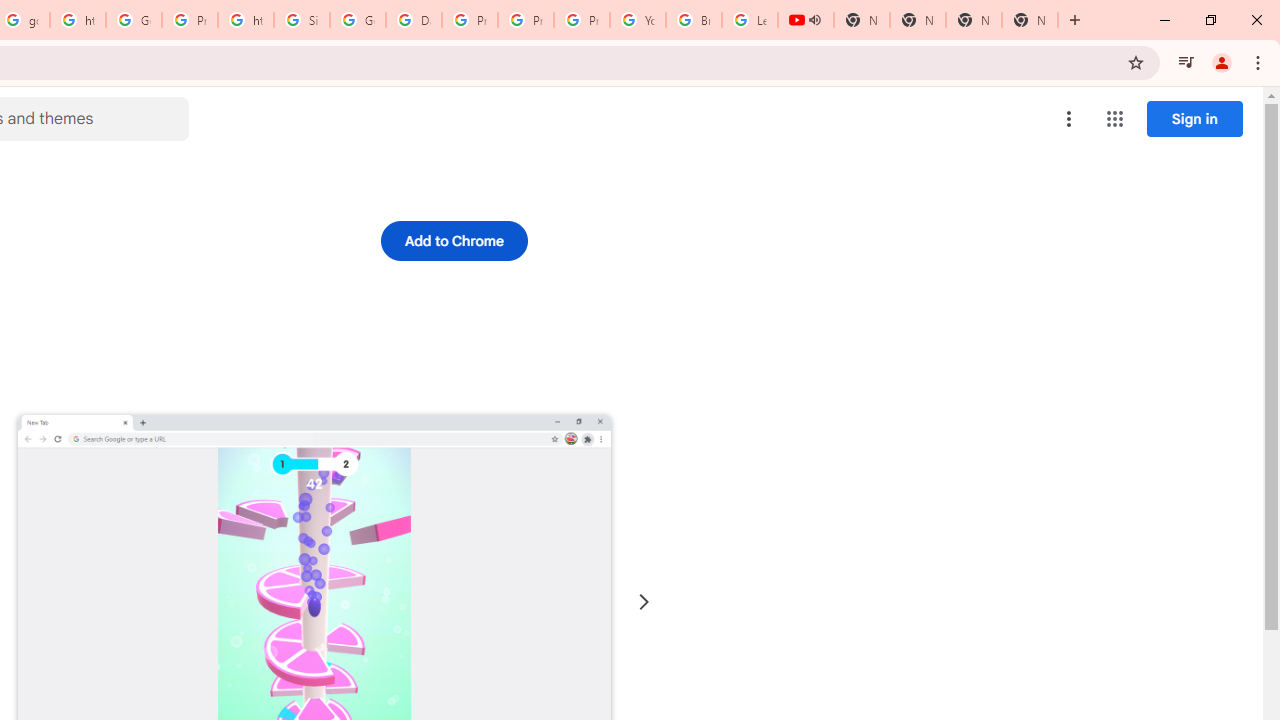 Image resolution: width=1280 pixels, height=720 pixels. I want to click on 'More options menu', so click(1068, 119).